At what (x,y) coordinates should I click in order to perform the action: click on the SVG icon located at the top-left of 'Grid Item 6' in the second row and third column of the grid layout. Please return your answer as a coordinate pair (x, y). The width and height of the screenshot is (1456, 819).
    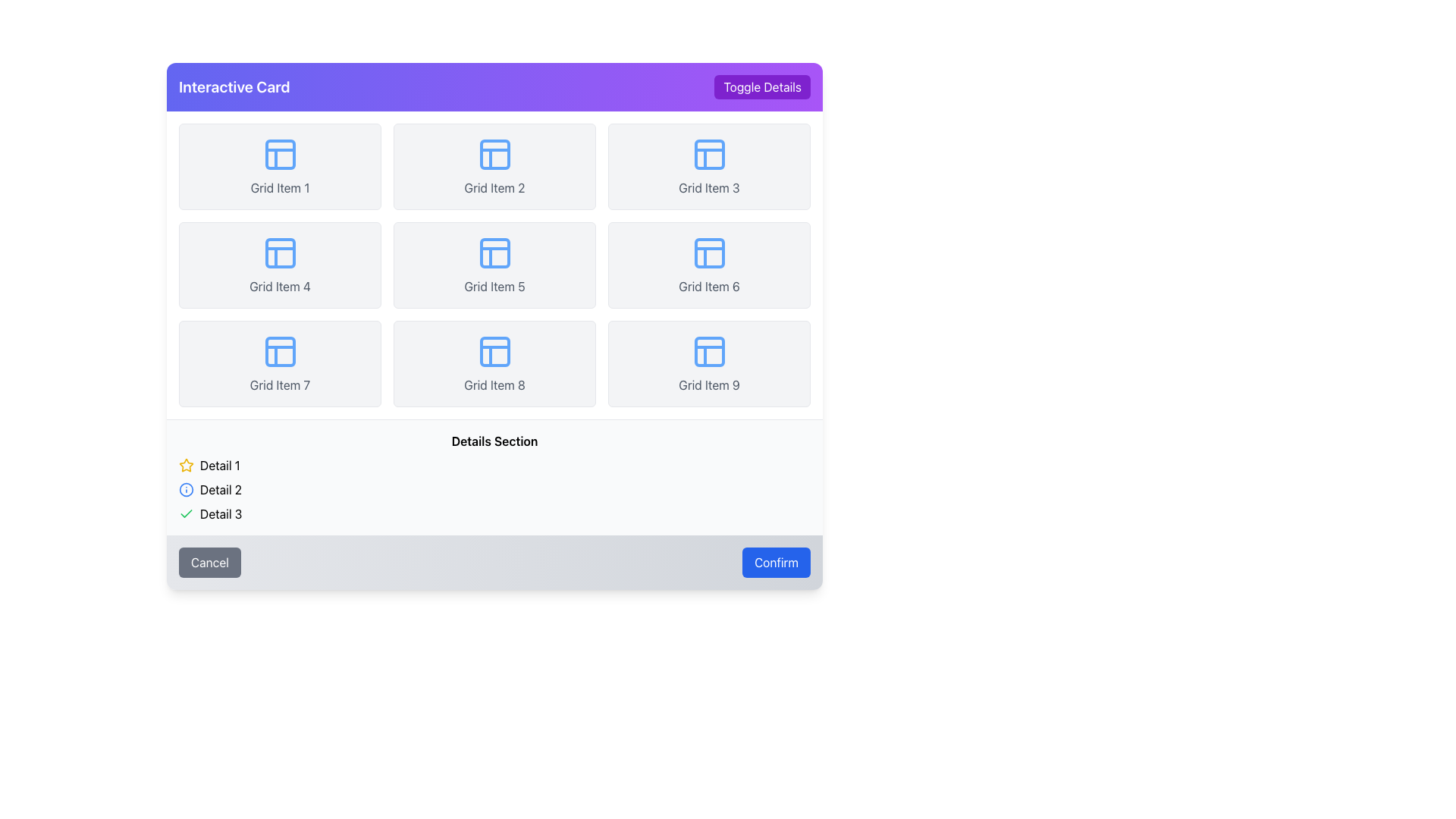
    Looking at the image, I should click on (708, 253).